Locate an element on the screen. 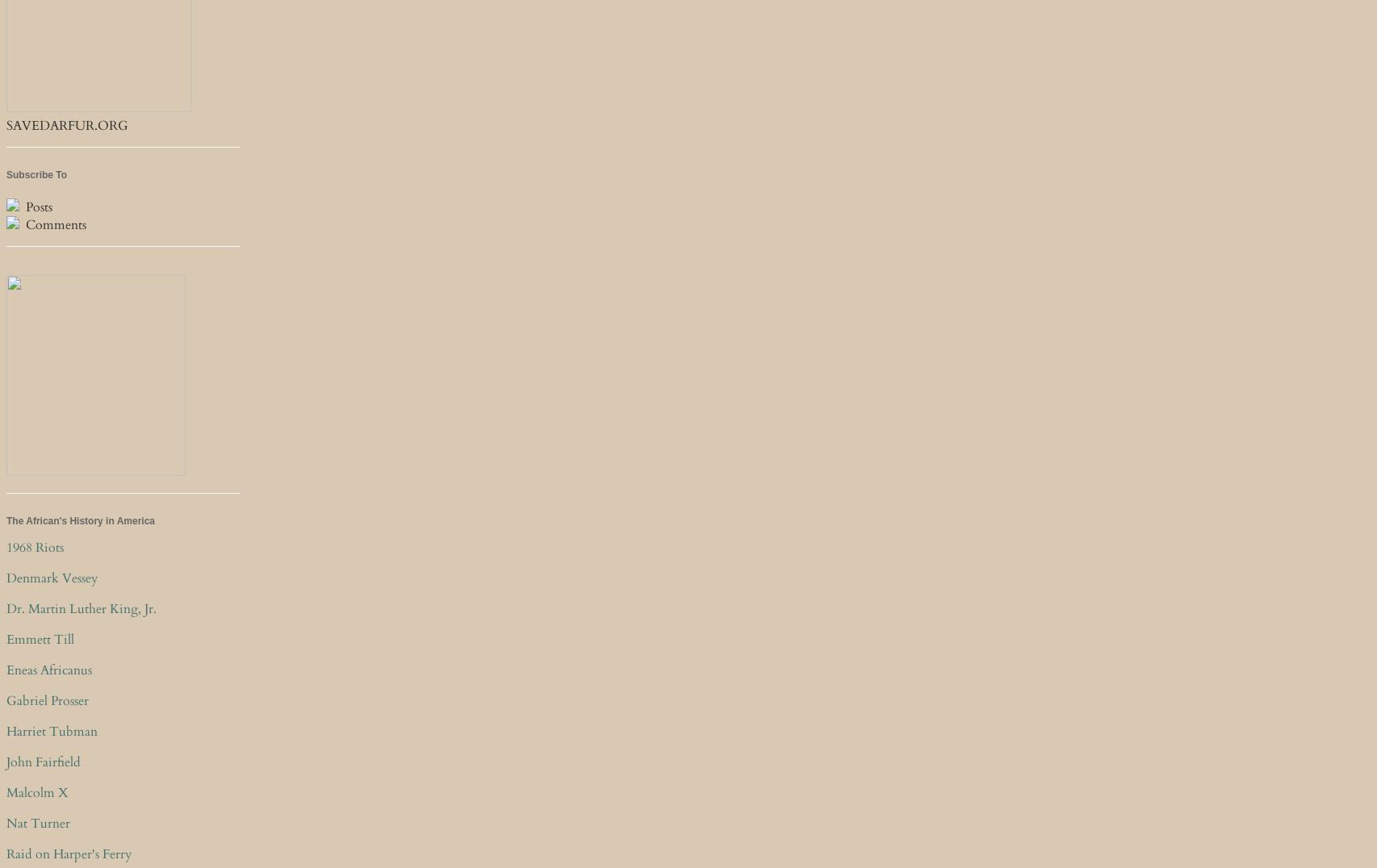 The height and width of the screenshot is (868, 1377). 'Harriet Tubman' is located at coordinates (52, 730).